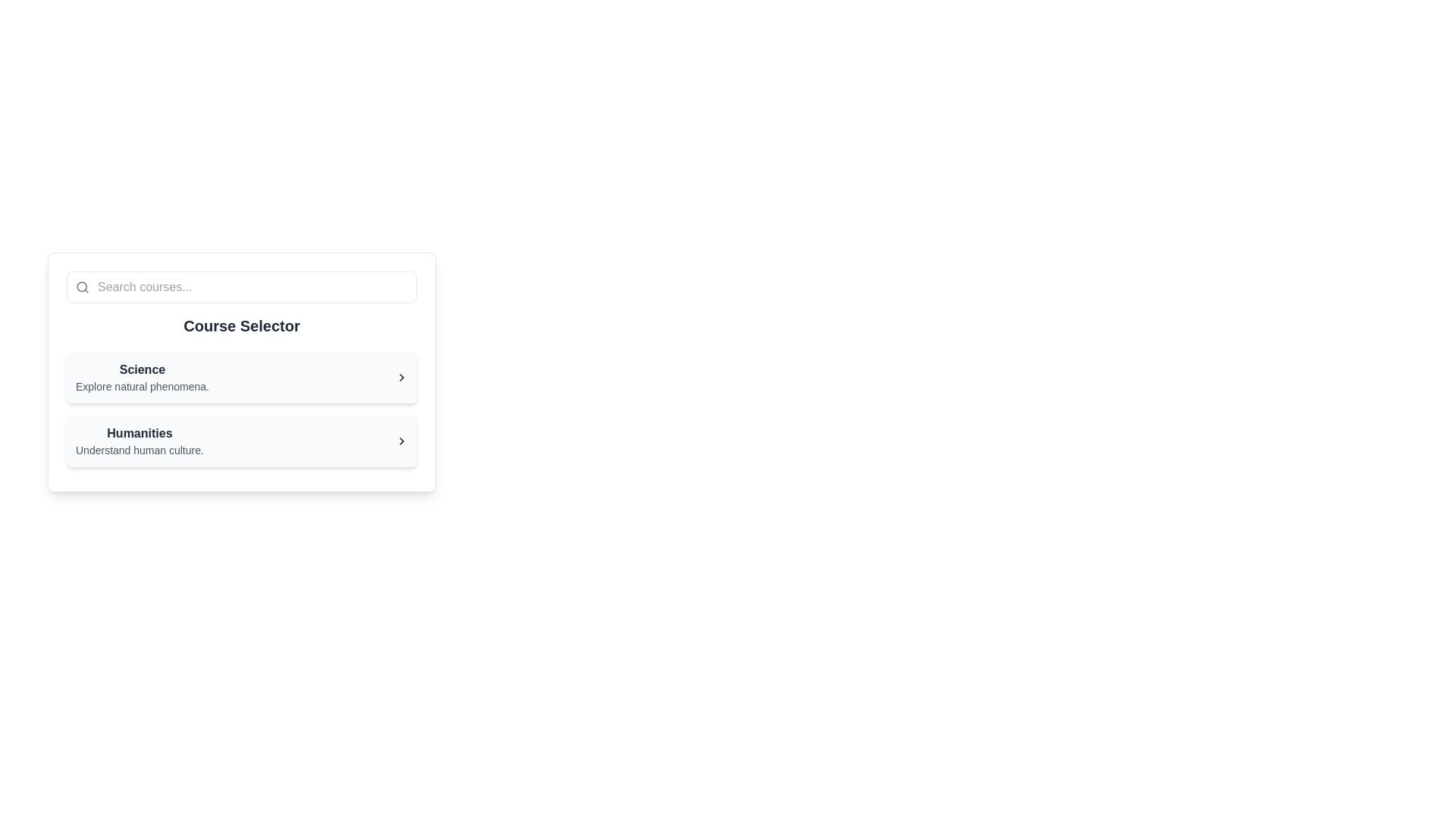 The width and height of the screenshot is (1456, 819). What do you see at coordinates (140, 441) in the screenshot?
I see `the 'Humanities' course category element` at bounding box center [140, 441].